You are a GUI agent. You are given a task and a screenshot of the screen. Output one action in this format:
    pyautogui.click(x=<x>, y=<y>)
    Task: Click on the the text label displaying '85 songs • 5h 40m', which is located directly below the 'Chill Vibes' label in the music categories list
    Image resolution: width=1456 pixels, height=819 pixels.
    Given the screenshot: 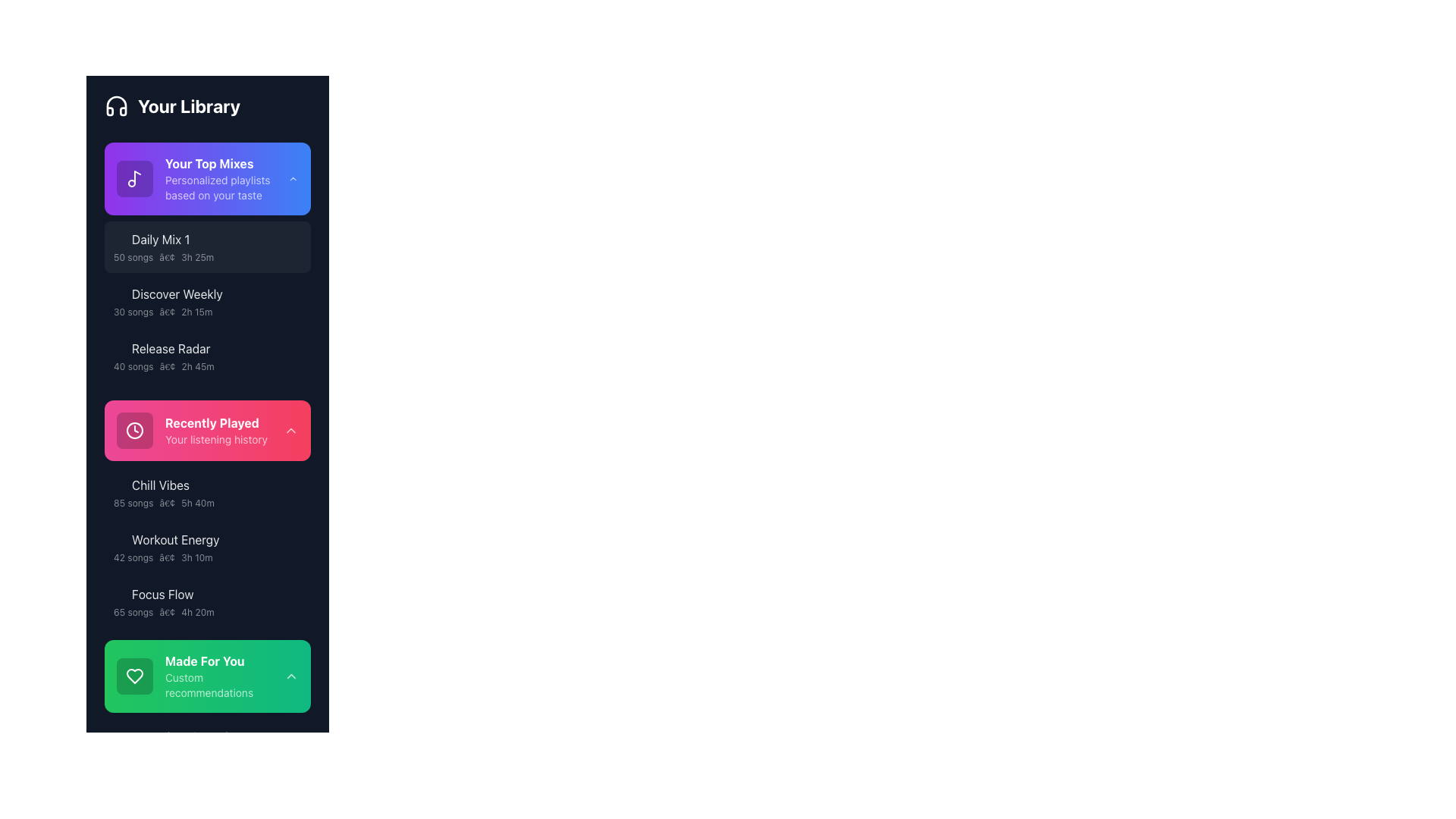 What is the action you would take?
    pyautogui.click(x=199, y=503)
    